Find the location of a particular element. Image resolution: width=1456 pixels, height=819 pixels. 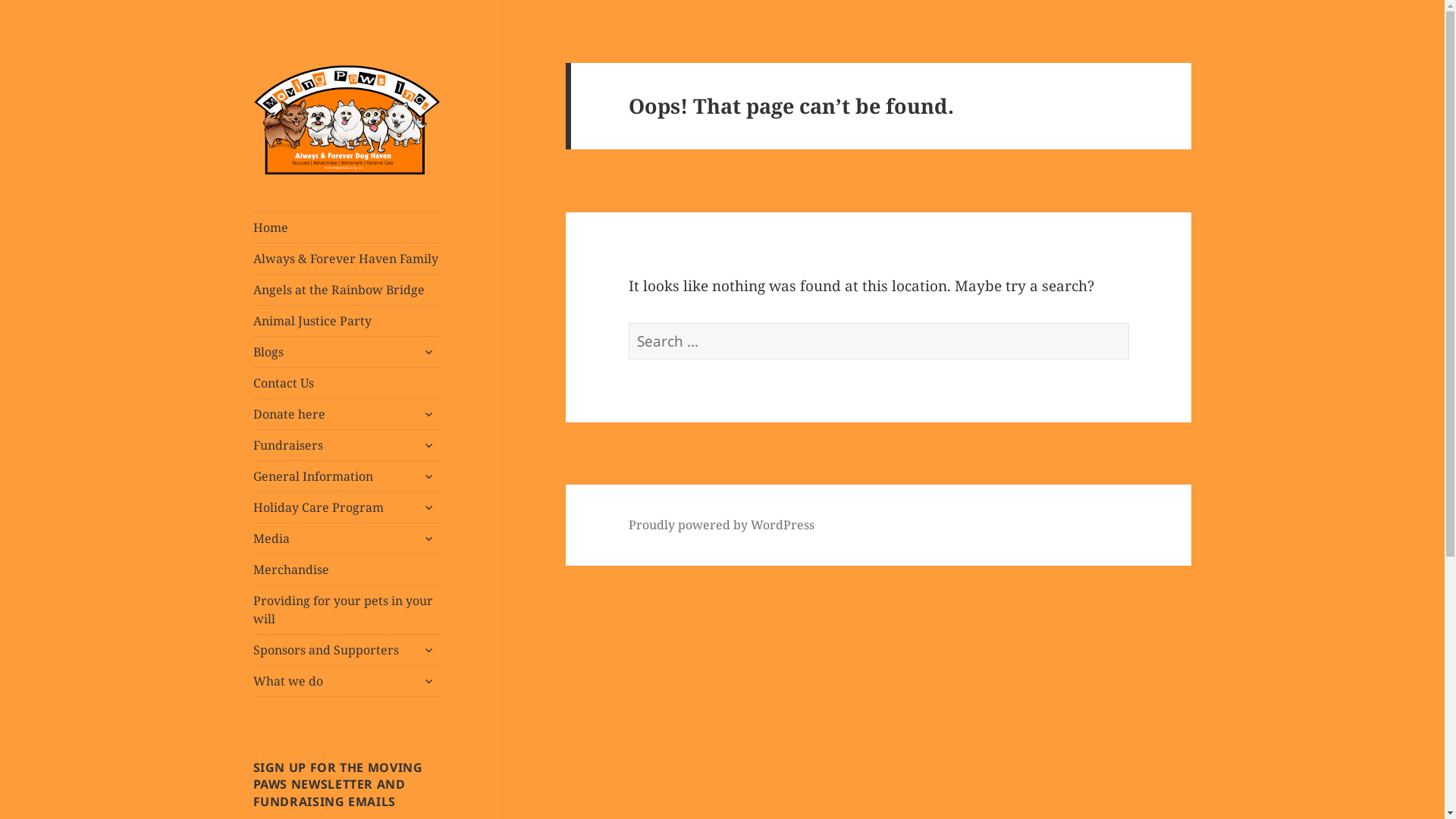

'Home' is located at coordinates (346, 227).